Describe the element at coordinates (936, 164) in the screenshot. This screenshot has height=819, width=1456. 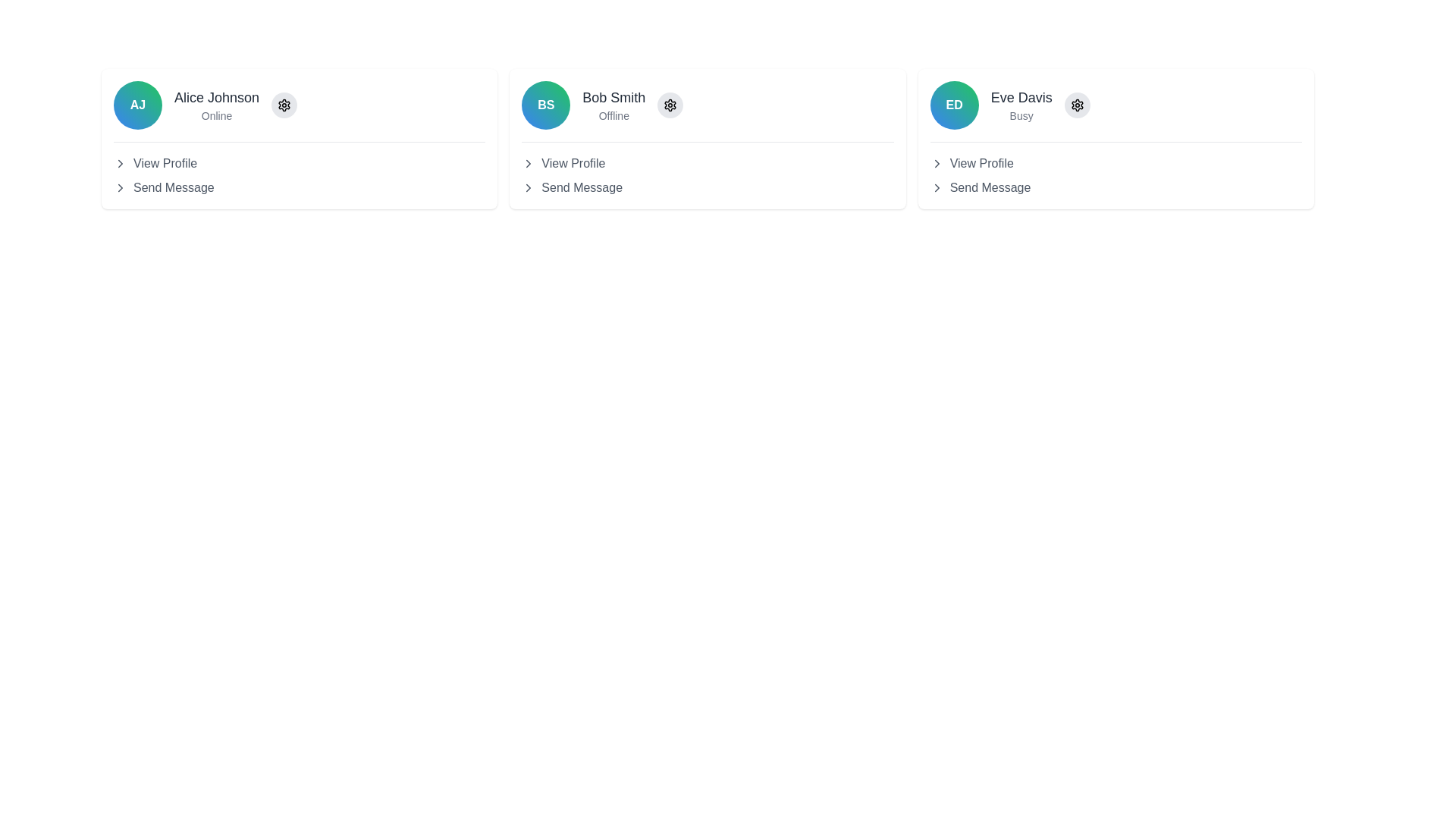
I see `the arrow icon pointing to the right located in the bottom section of the third card` at that location.